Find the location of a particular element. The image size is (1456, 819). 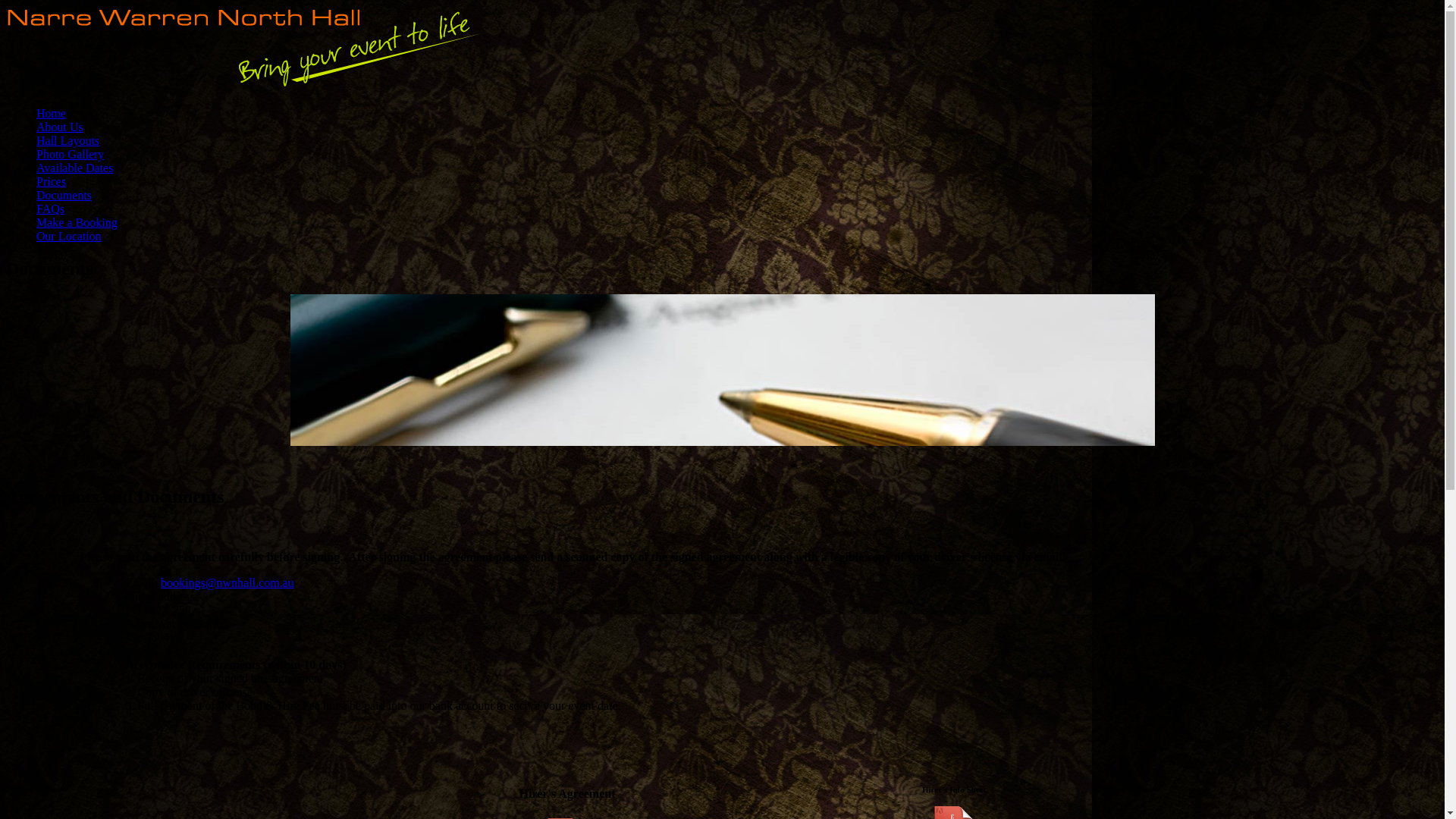

'Our Location' is located at coordinates (68, 236).